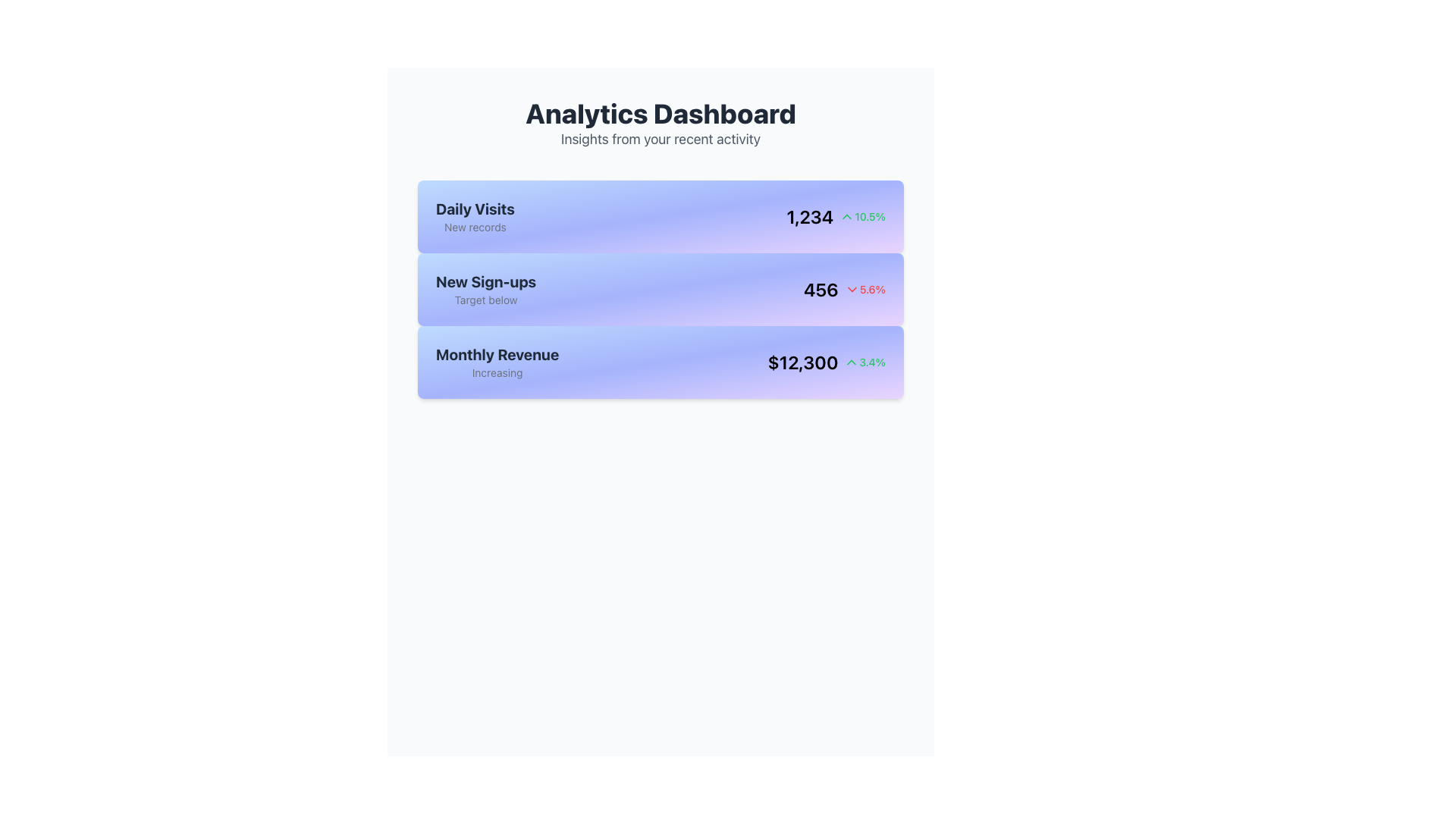 This screenshot has height=819, width=1456. What do you see at coordinates (864, 362) in the screenshot?
I see `the text '3.4%' with the upwards pointing chevron icon, located in the 'Monthly Revenue' card` at bounding box center [864, 362].